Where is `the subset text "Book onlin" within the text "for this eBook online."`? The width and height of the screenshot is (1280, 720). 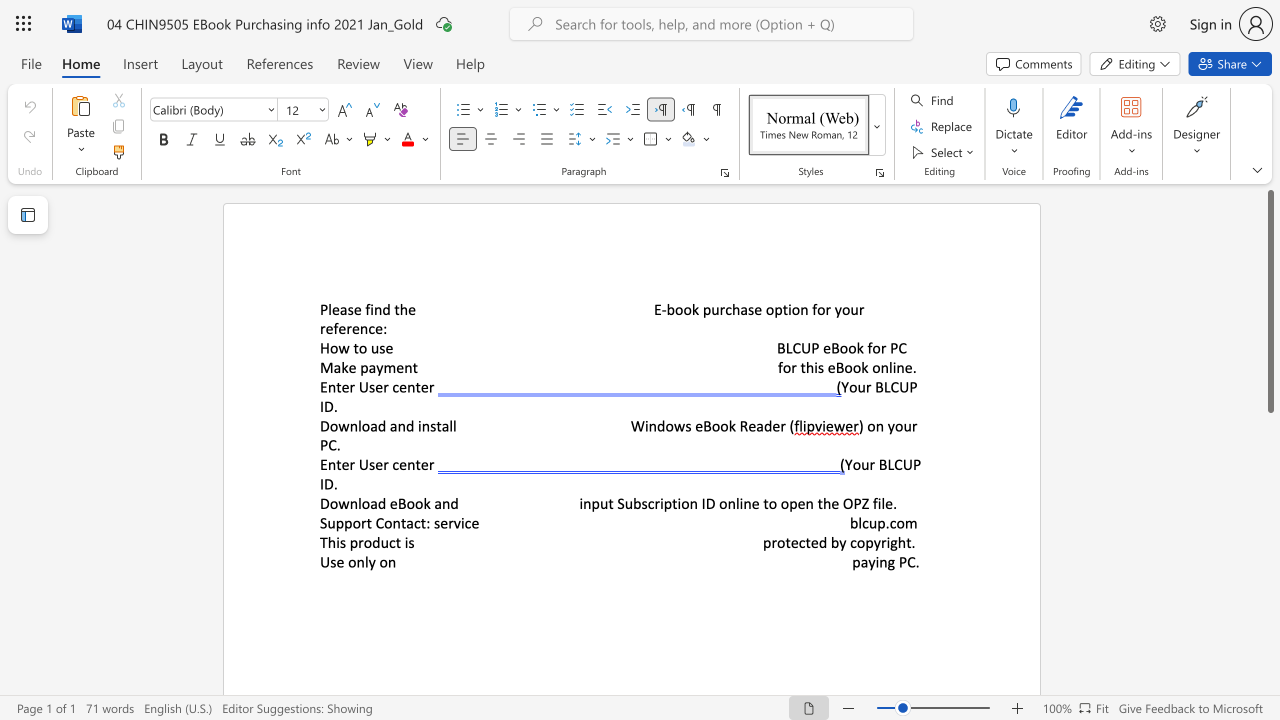 the subset text "Book onlin" within the text "for this eBook online." is located at coordinates (835, 367).